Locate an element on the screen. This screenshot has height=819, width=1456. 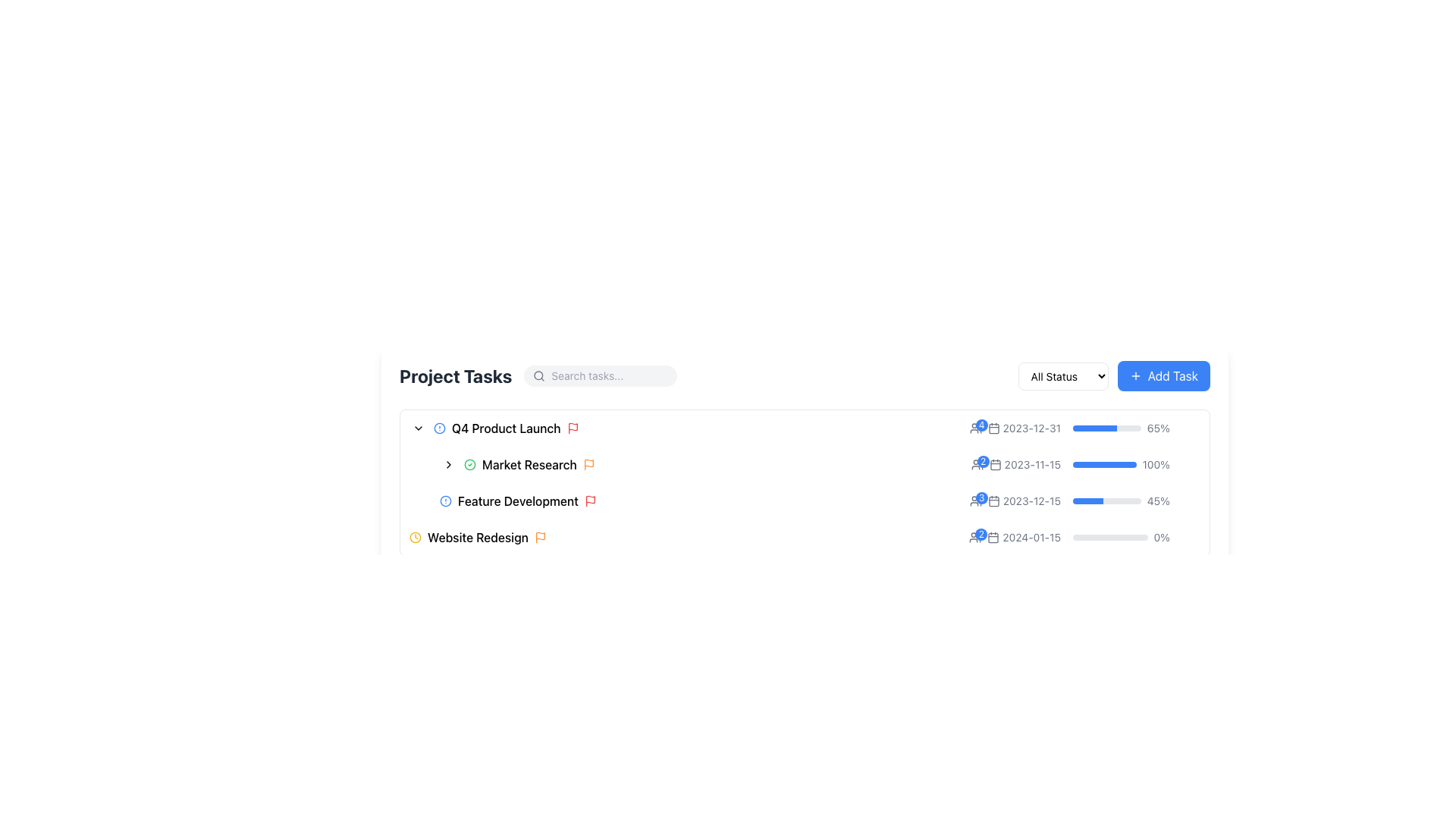
the horizontal progress bar with rounded edges and a gray background, representing zero percent progress, located under the 'Website Redesign' section dated 2024-01-15 is located at coordinates (1110, 537).